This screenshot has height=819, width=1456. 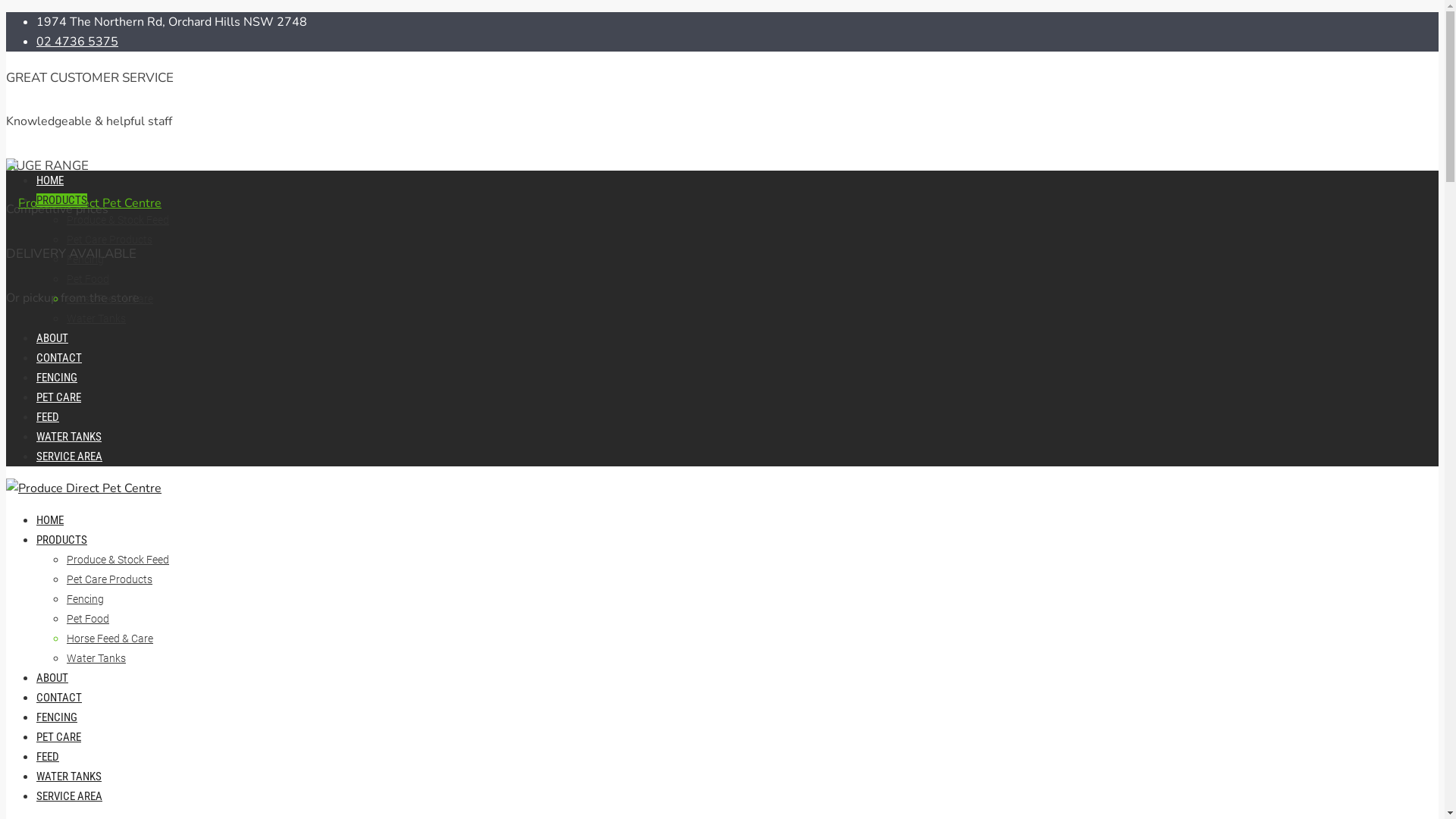 I want to click on 'Pet Food', so click(x=65, y=619).